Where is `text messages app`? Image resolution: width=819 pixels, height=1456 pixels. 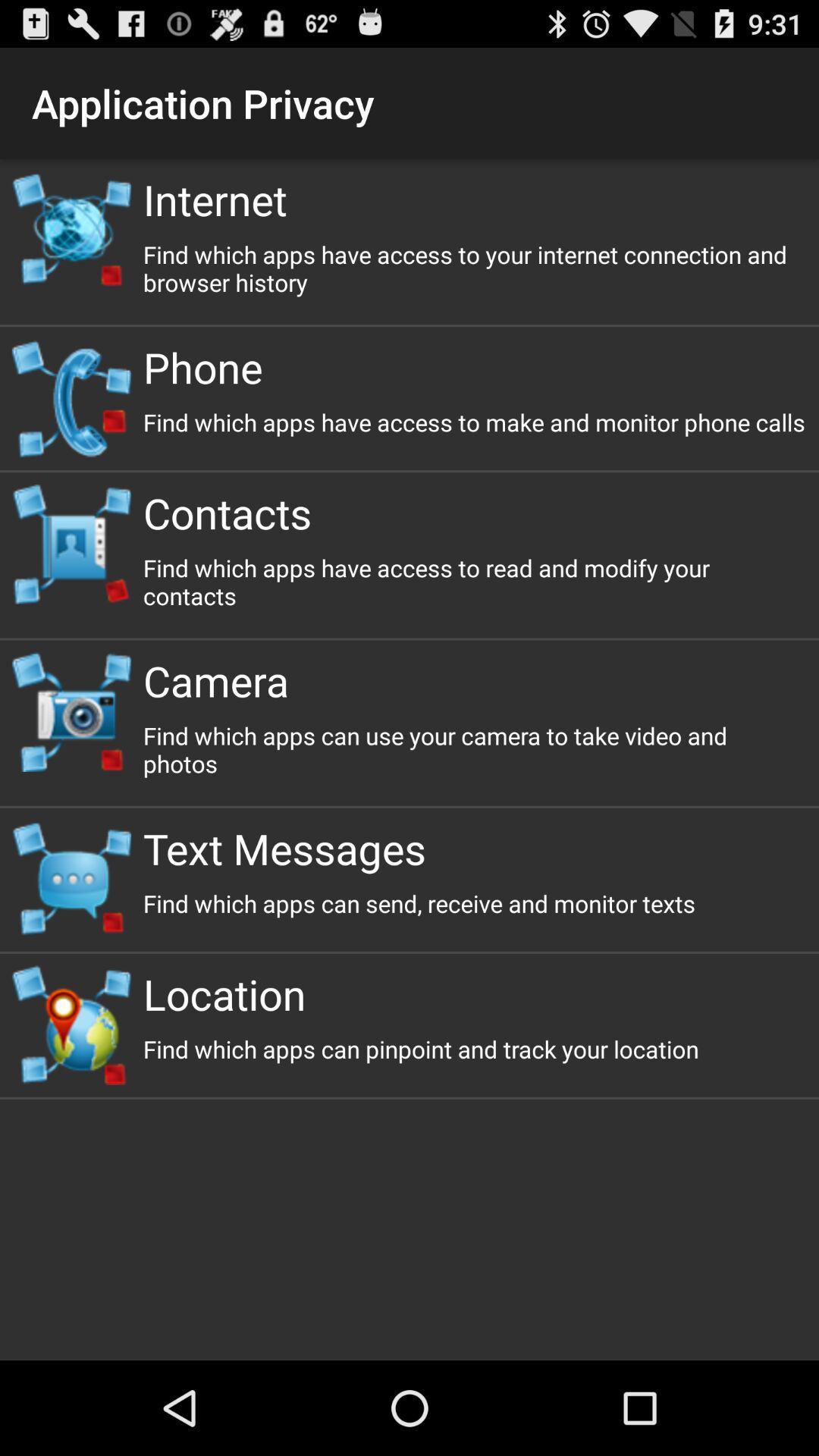
text messages app is located at coordinates (474, 847).